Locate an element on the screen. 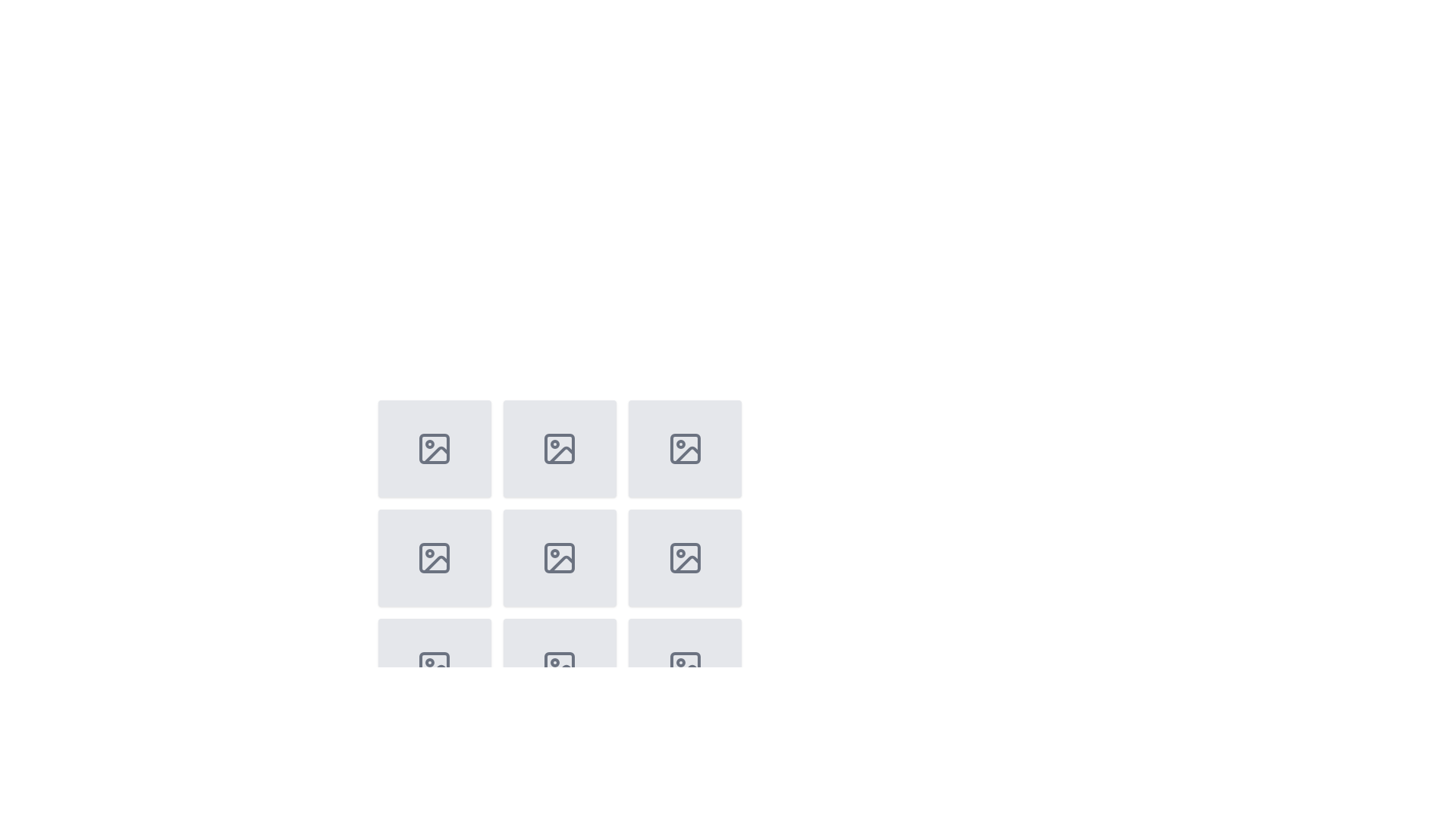 This screenshot has width=1456, height=819. the Placeholder icon for image content located in the bottom-center cell of a 3x3 grid is located at coordinates (559, 666).